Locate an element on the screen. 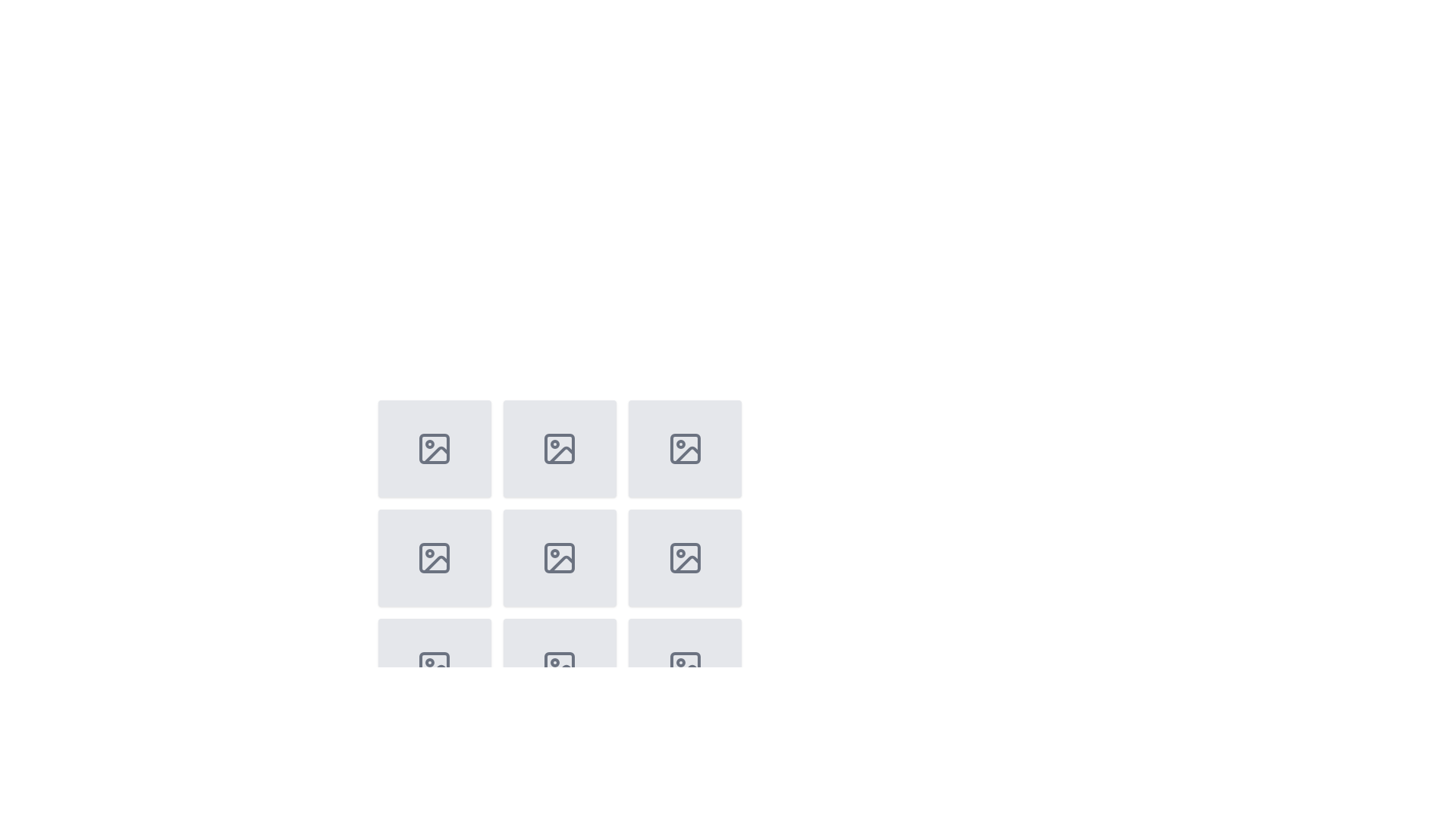 This screenshot has width=1456, height=819. the Placeholder icon for image content located in the bottom-center cell of a 3x3 grid is located at coordinates (559, 666).